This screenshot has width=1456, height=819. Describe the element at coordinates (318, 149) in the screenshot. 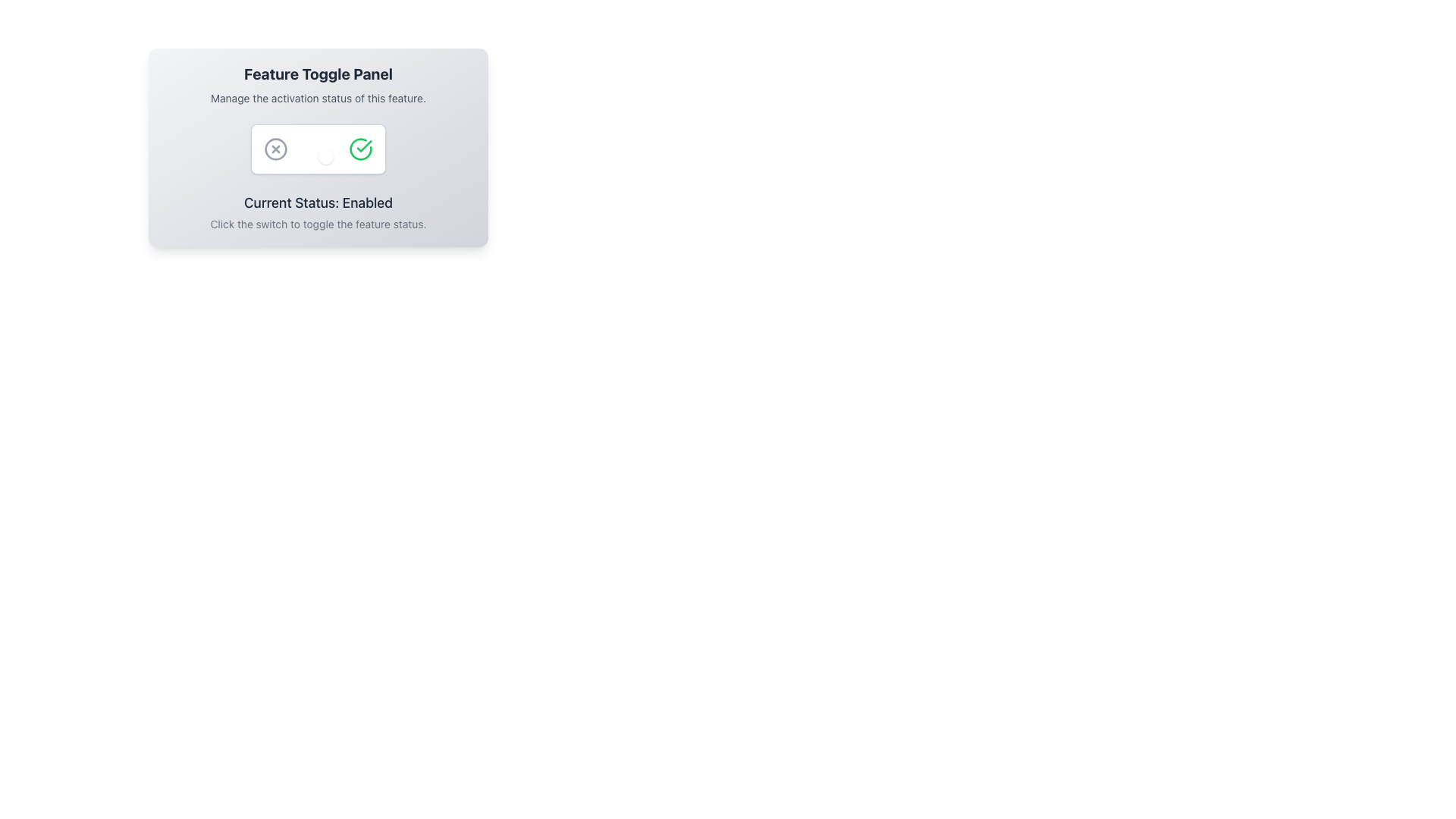

I see `the interactive toggle switch within the Feature Toggle Panel to change its state` at that location.